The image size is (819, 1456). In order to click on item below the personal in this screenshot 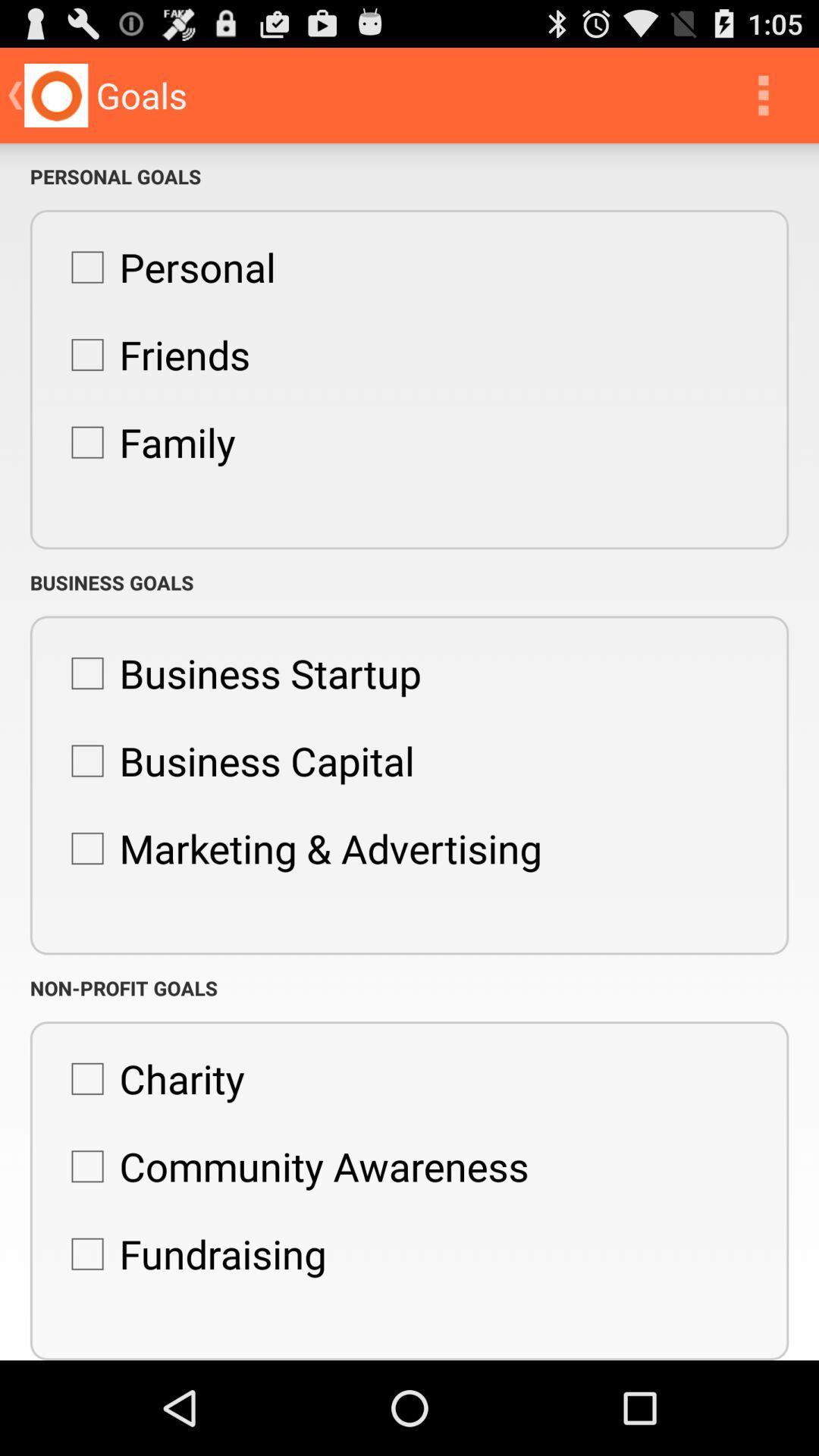, I will do `click(152, 353)`.